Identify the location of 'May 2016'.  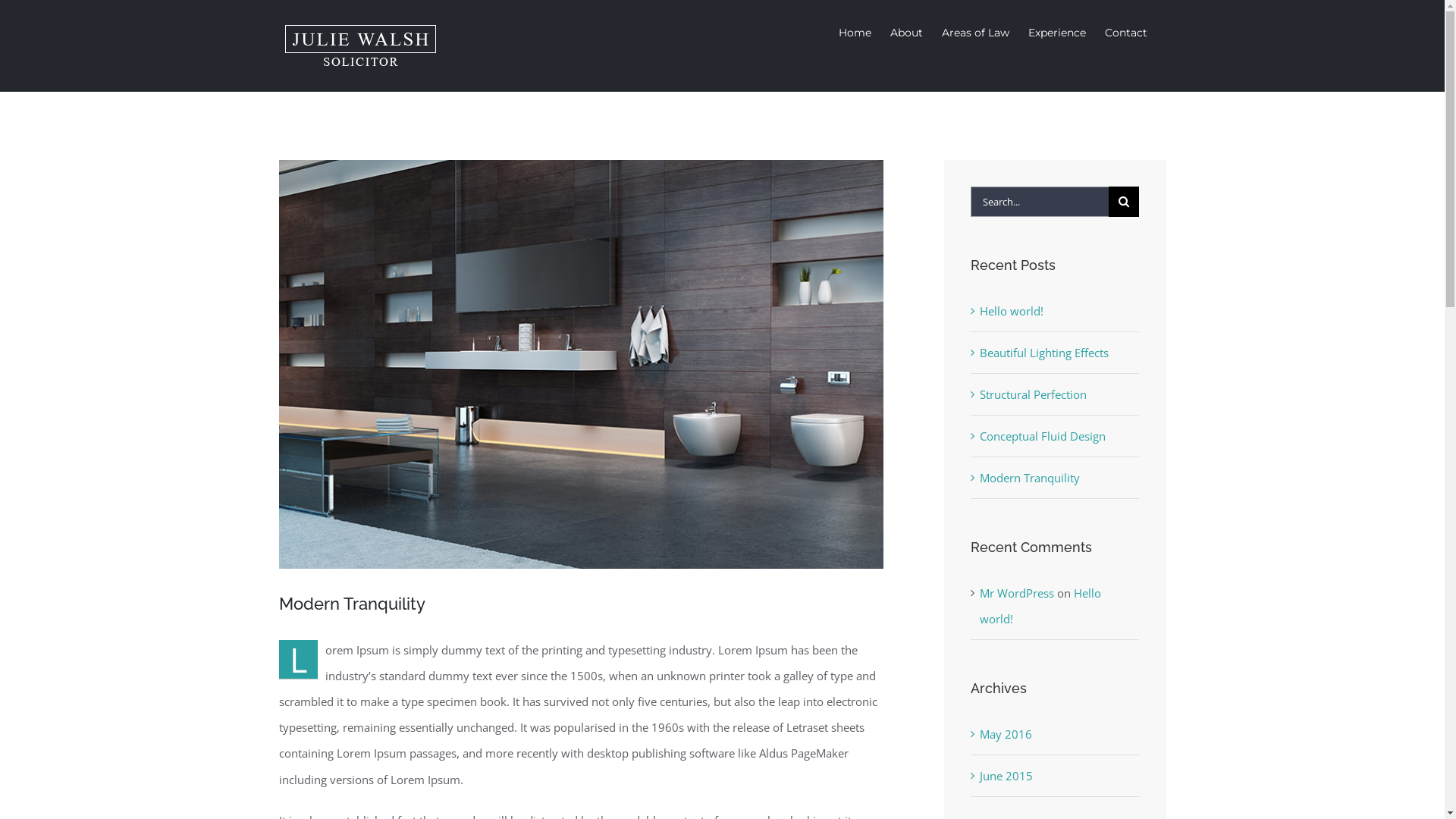
(1006, 733).